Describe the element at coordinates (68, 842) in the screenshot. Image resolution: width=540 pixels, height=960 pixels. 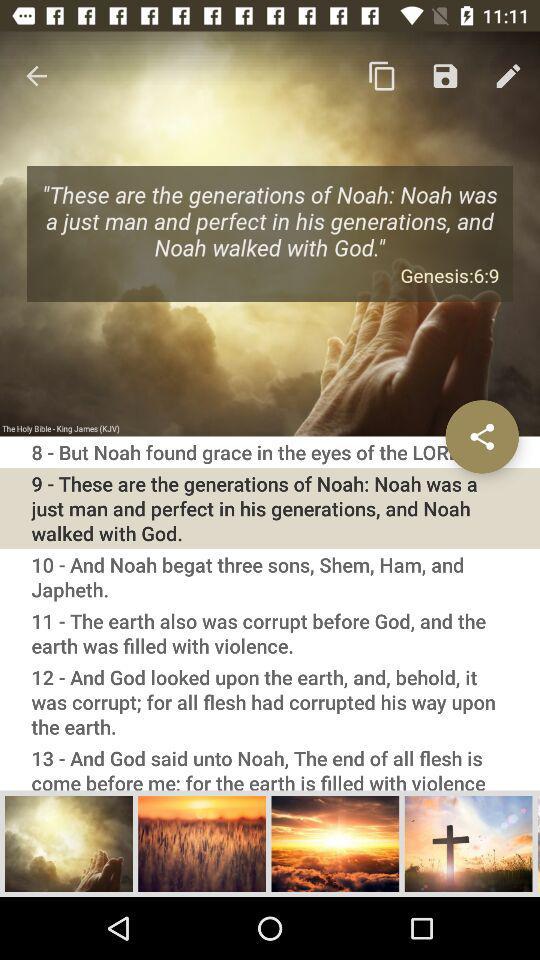
I see `choose image` at that location.